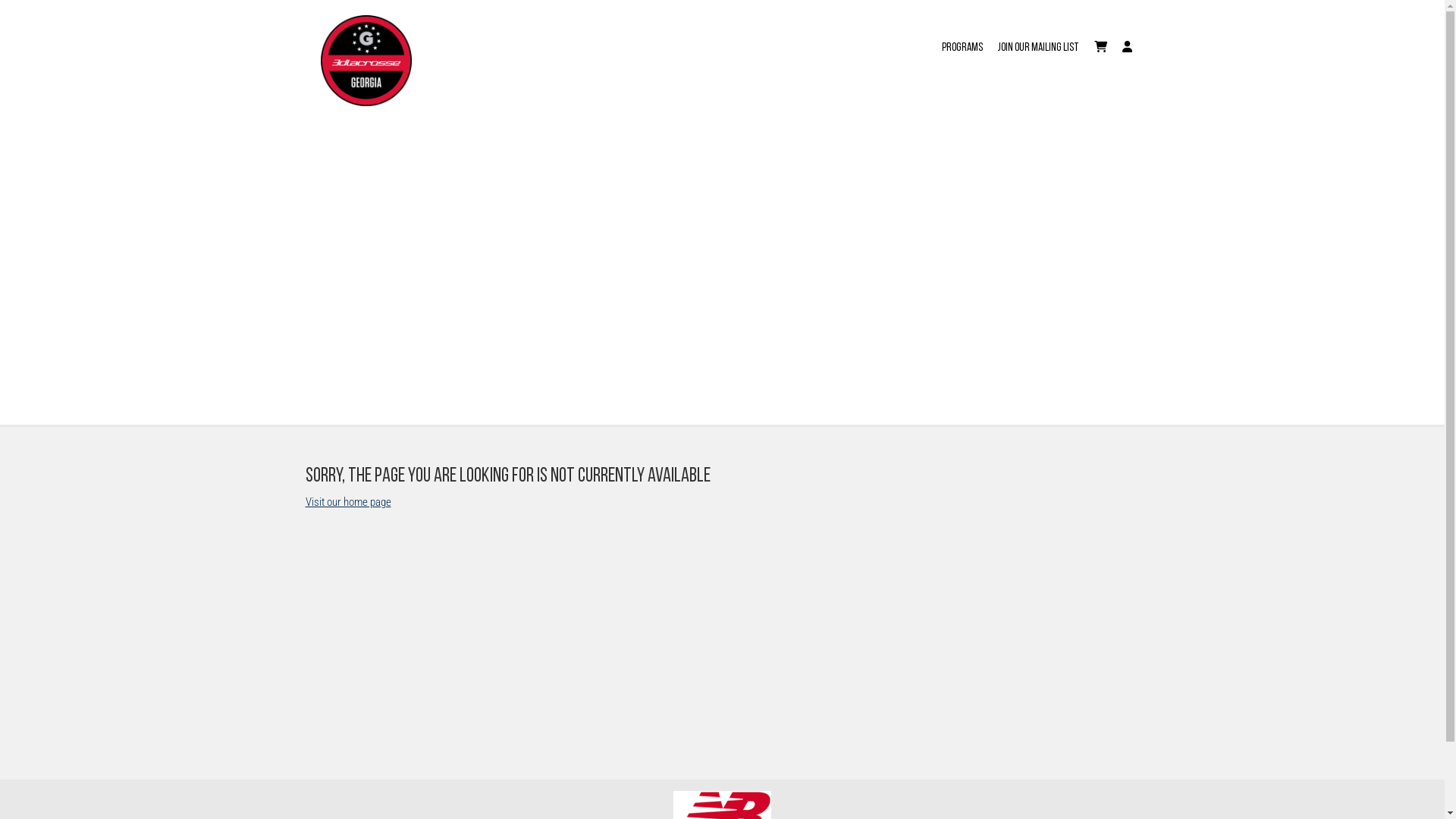 This screenshot has width=1456, height=819. What do you see at coordinates (961, 37) in the screenshot?
I see `'Programs'` at bounding box center [961, 37].